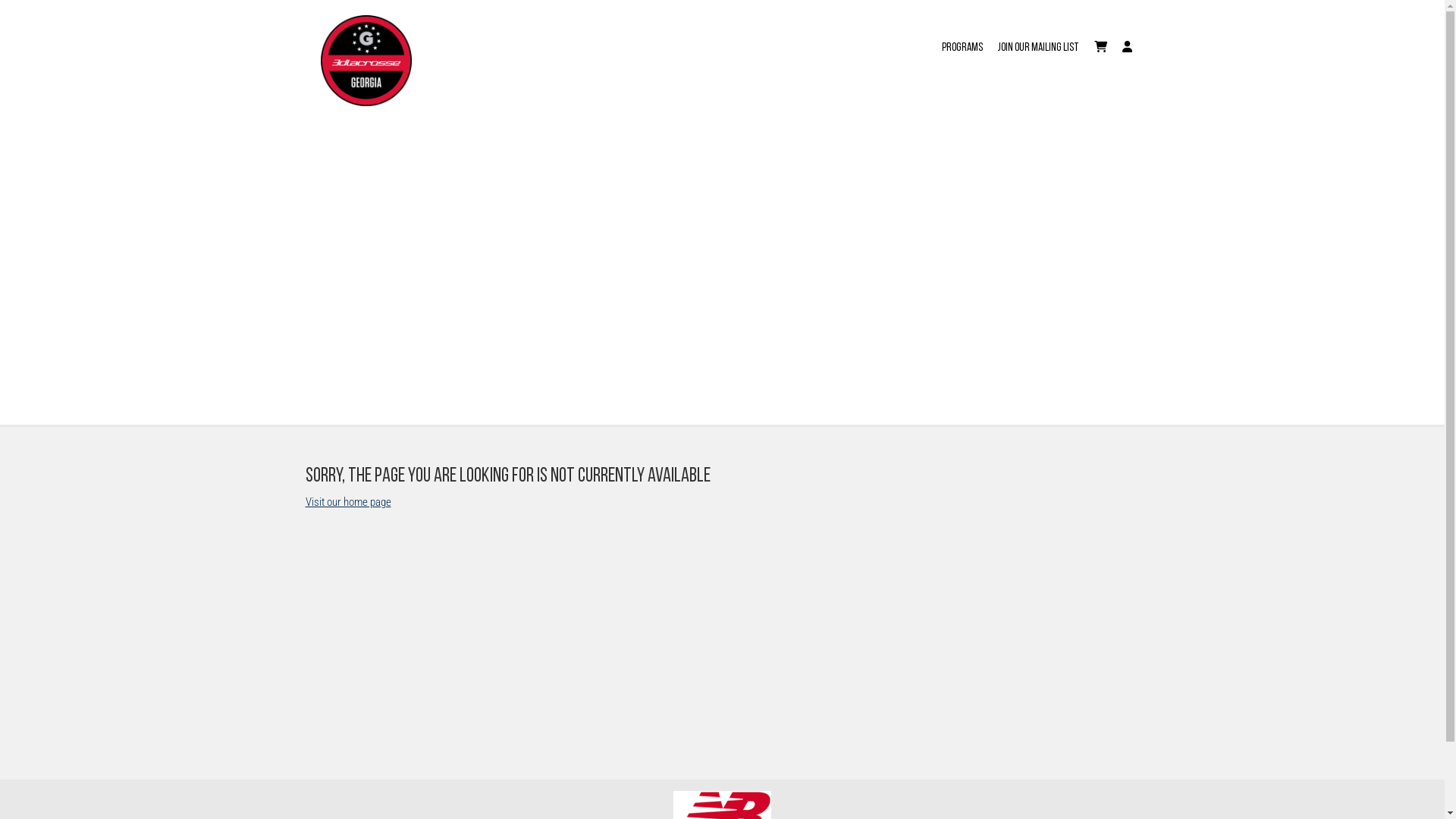 This screenshot has width=1456, height=819. What do you see at coordinates (961, 37) in the screenshot?
I see `'Programs'` at bounding box center [961, 37].